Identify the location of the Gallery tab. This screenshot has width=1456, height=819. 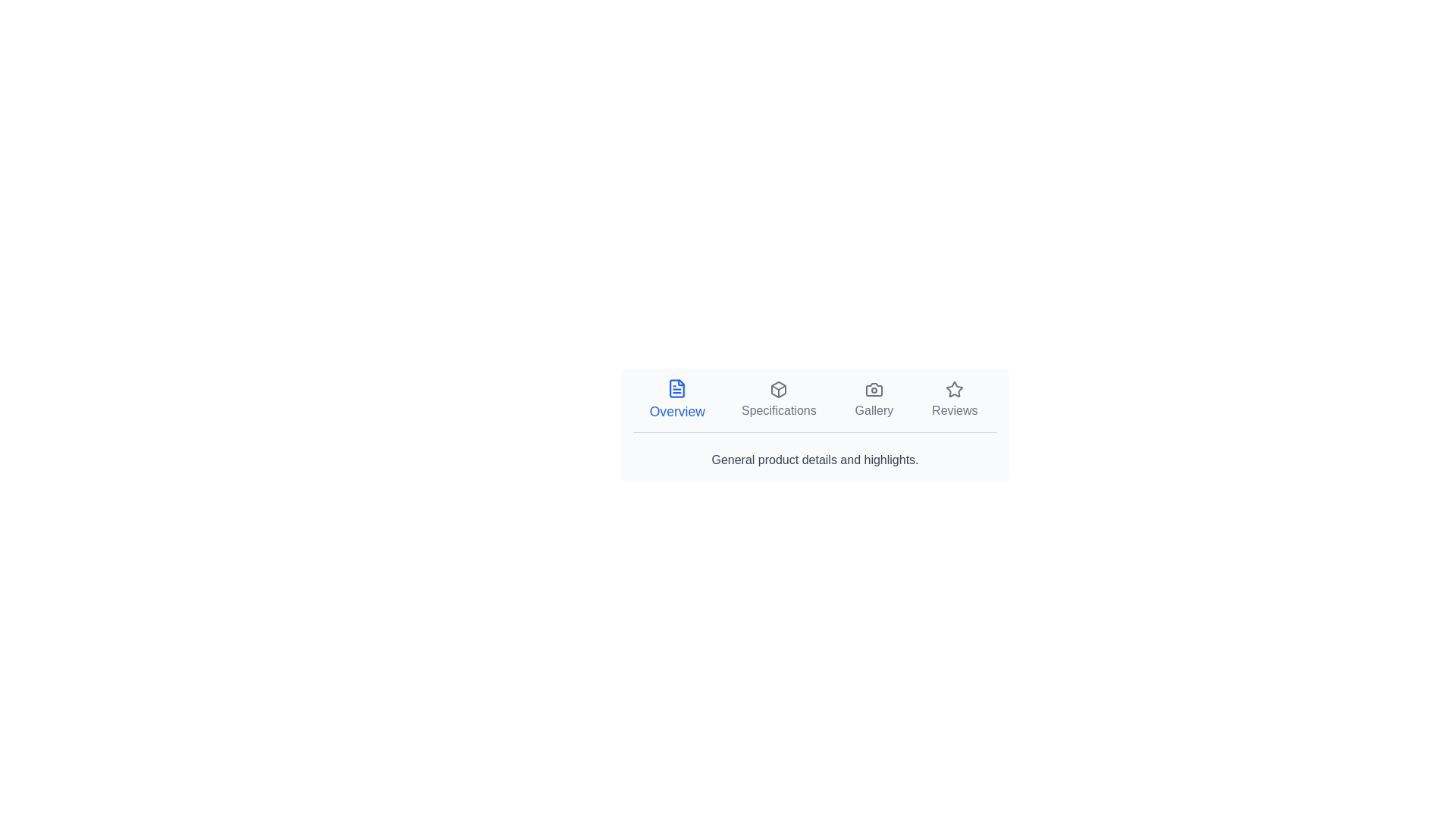
(874, 400).